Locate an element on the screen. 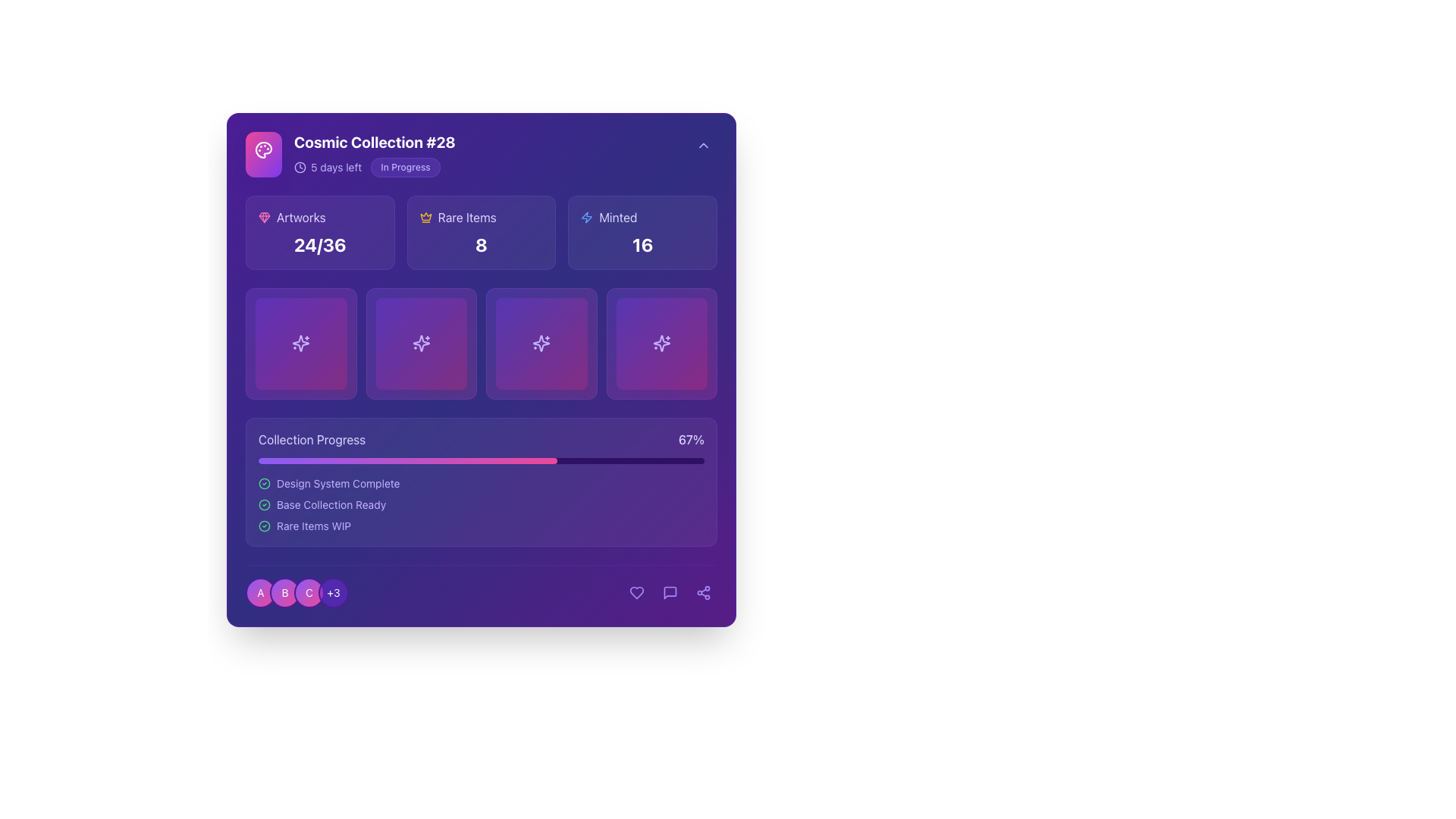 The image size is (1456, 819). the Progress tracker widget located in the lower half section of the layout, beneath a grid of four square items and above a footer section with circular icons is located at coordinates (480, 482).